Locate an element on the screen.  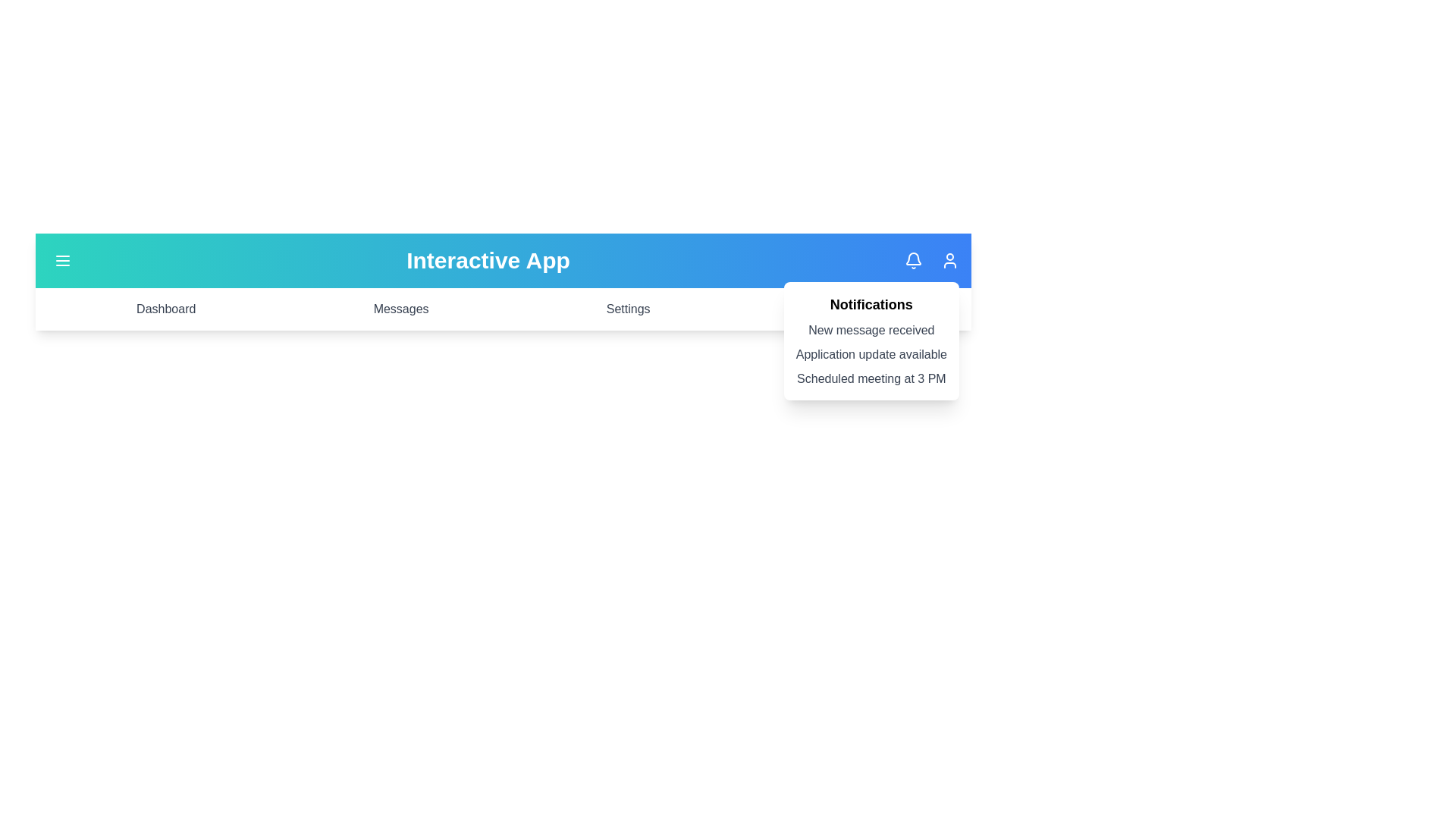
the bell icon to toggle the notifications panel is located at coordinates (912, 259).